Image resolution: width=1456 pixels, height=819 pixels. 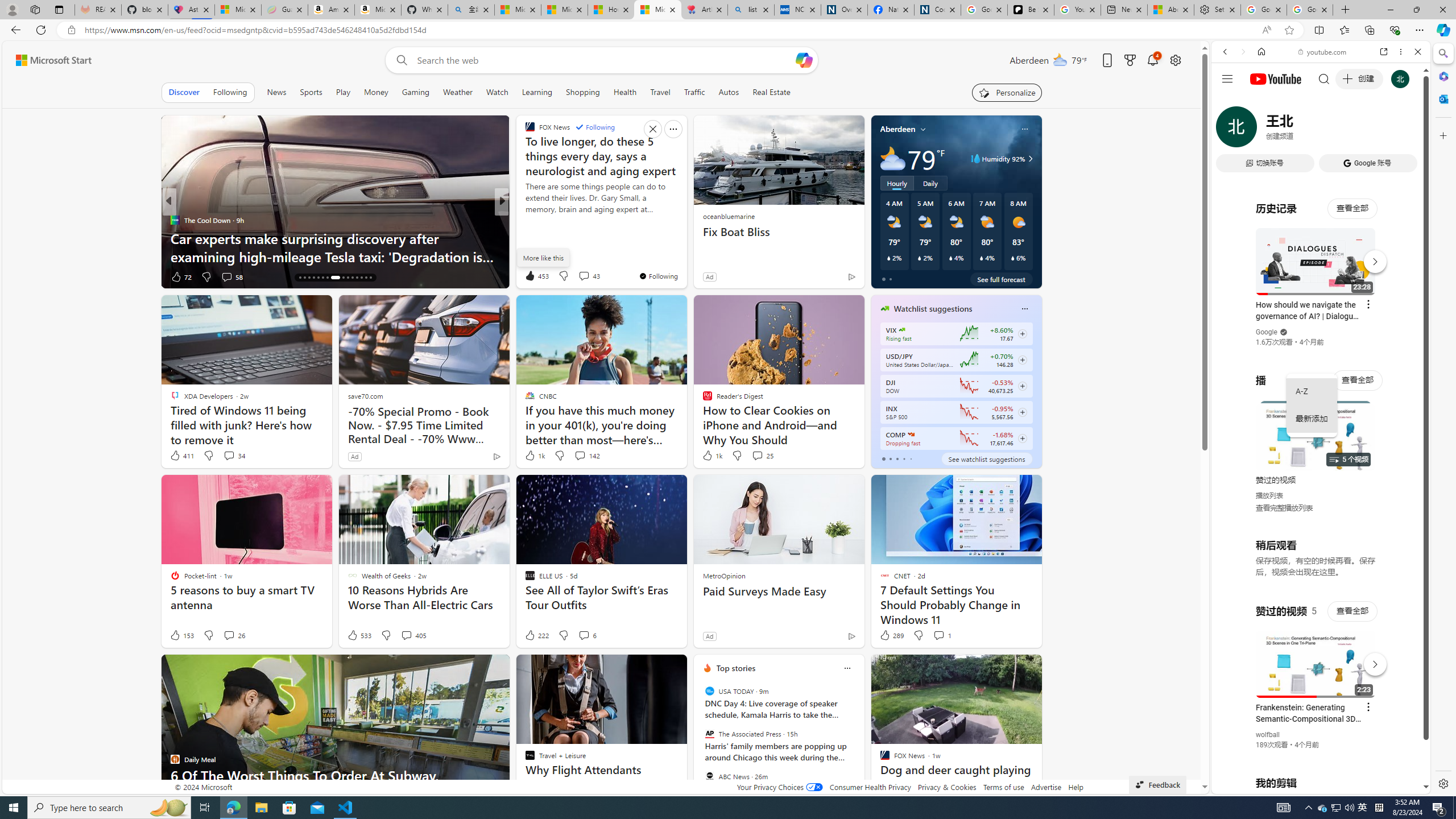 What do you see at coordinates (892, 158) in the screenshot?
I see `'Mostly cloudy'` at bounding box center [892, 158].